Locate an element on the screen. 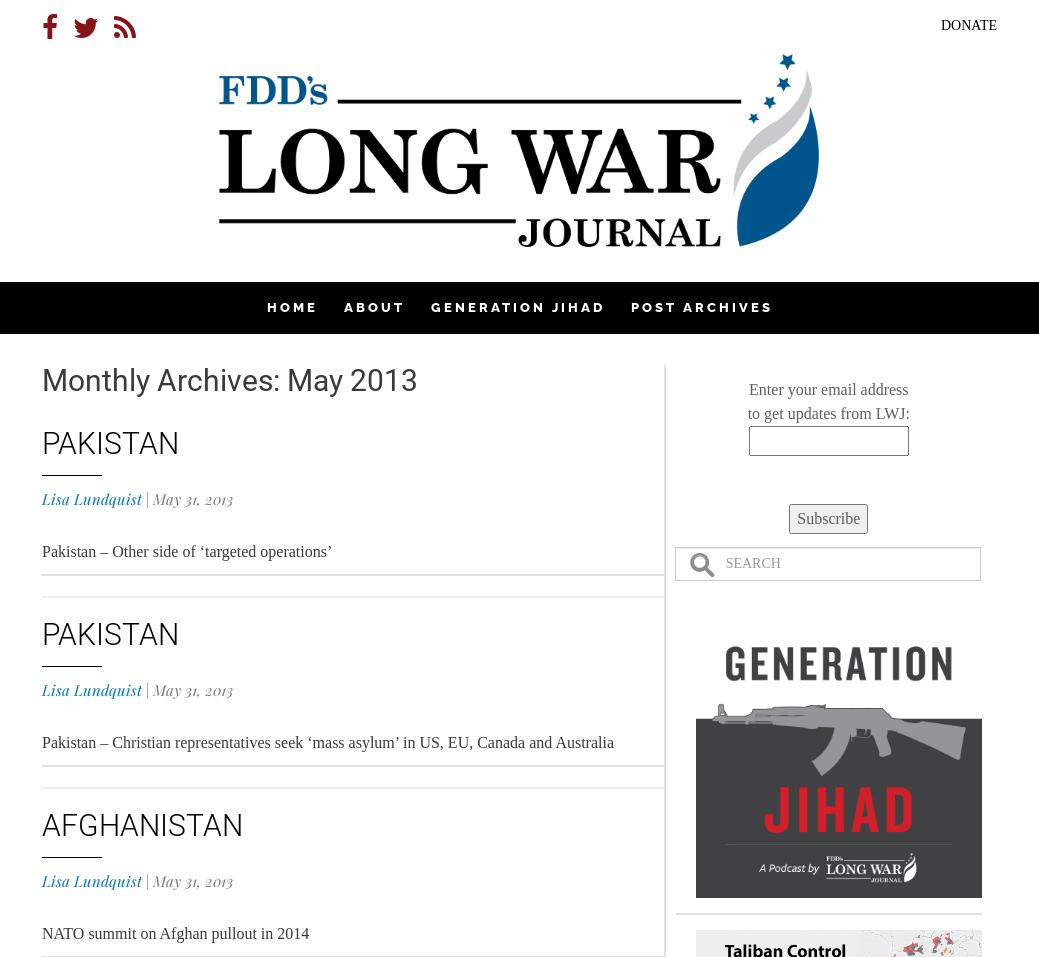 Image resolution: width=1039 pixels, height=957 pixels. 'Pakistan – Christian representatives seek ‘mass asylum’ in US, EU, Canada and Australia' is located at coordinates (328, 742).